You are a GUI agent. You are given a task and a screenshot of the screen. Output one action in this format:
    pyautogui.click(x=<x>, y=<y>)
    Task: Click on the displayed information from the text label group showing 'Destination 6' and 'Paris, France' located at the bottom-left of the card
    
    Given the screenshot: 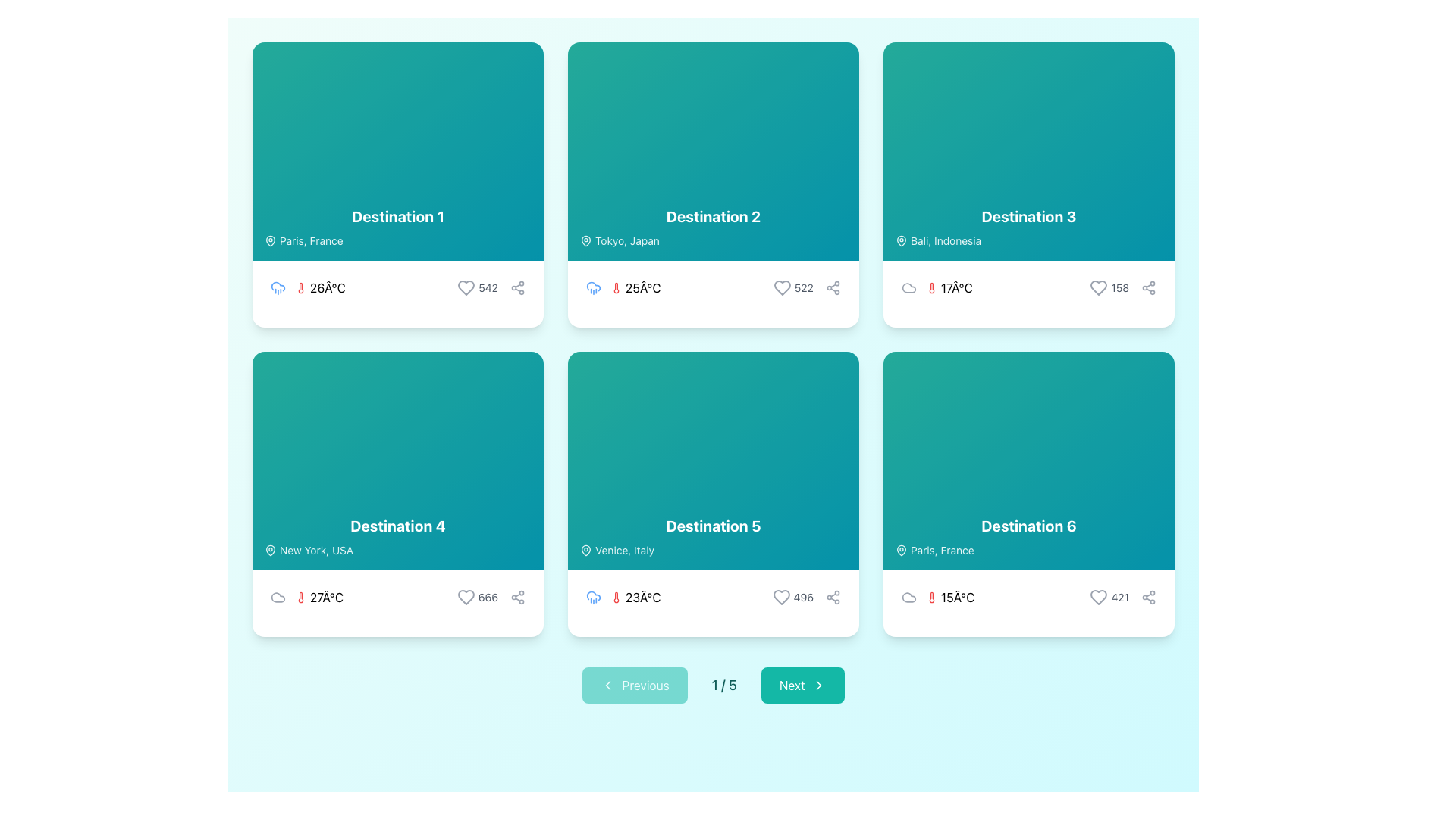 What is the action you would take?
    pyautogui.click(x=1029, y=536)
    